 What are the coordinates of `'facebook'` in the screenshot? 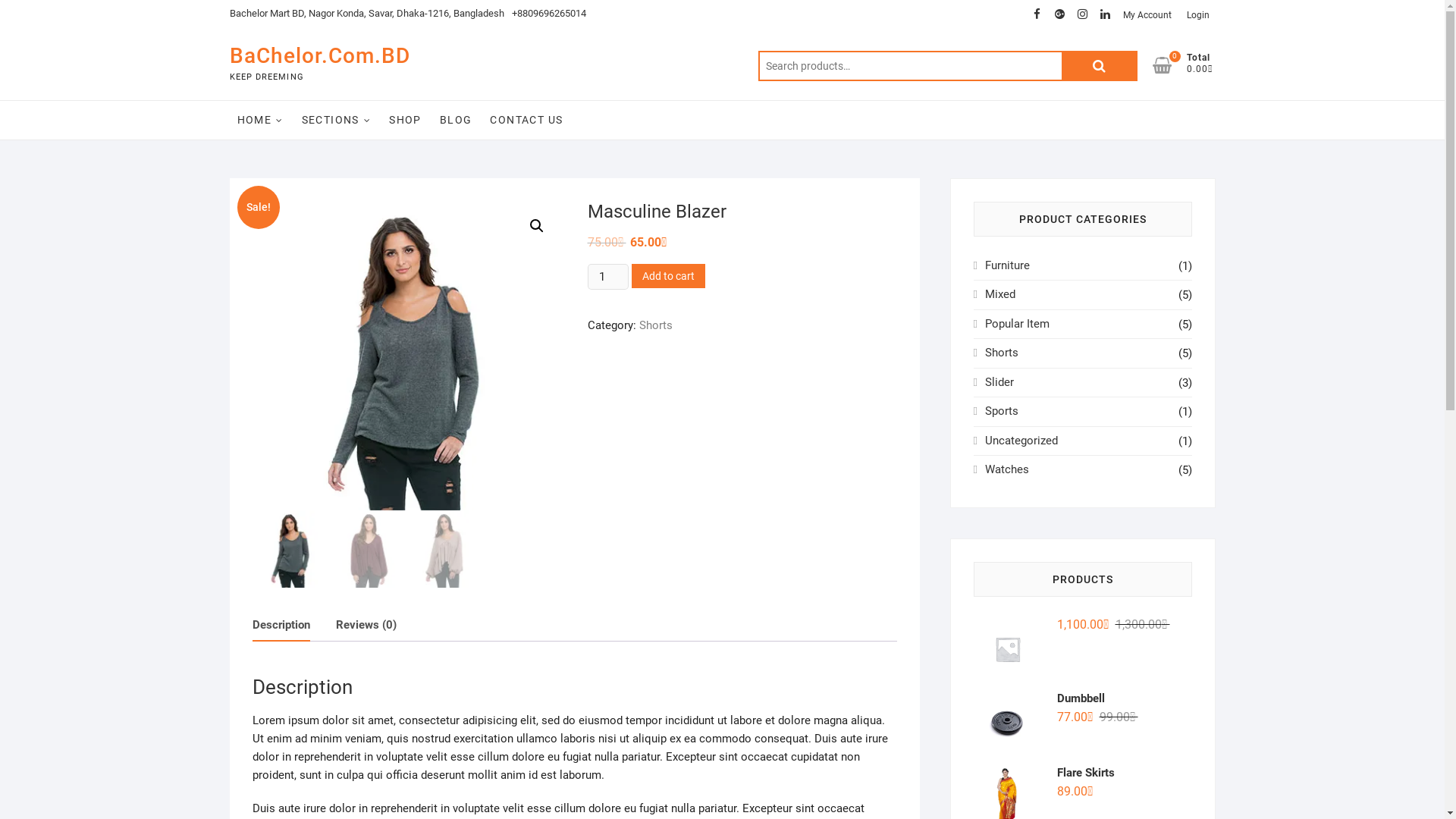 It's located at (1036, 14).